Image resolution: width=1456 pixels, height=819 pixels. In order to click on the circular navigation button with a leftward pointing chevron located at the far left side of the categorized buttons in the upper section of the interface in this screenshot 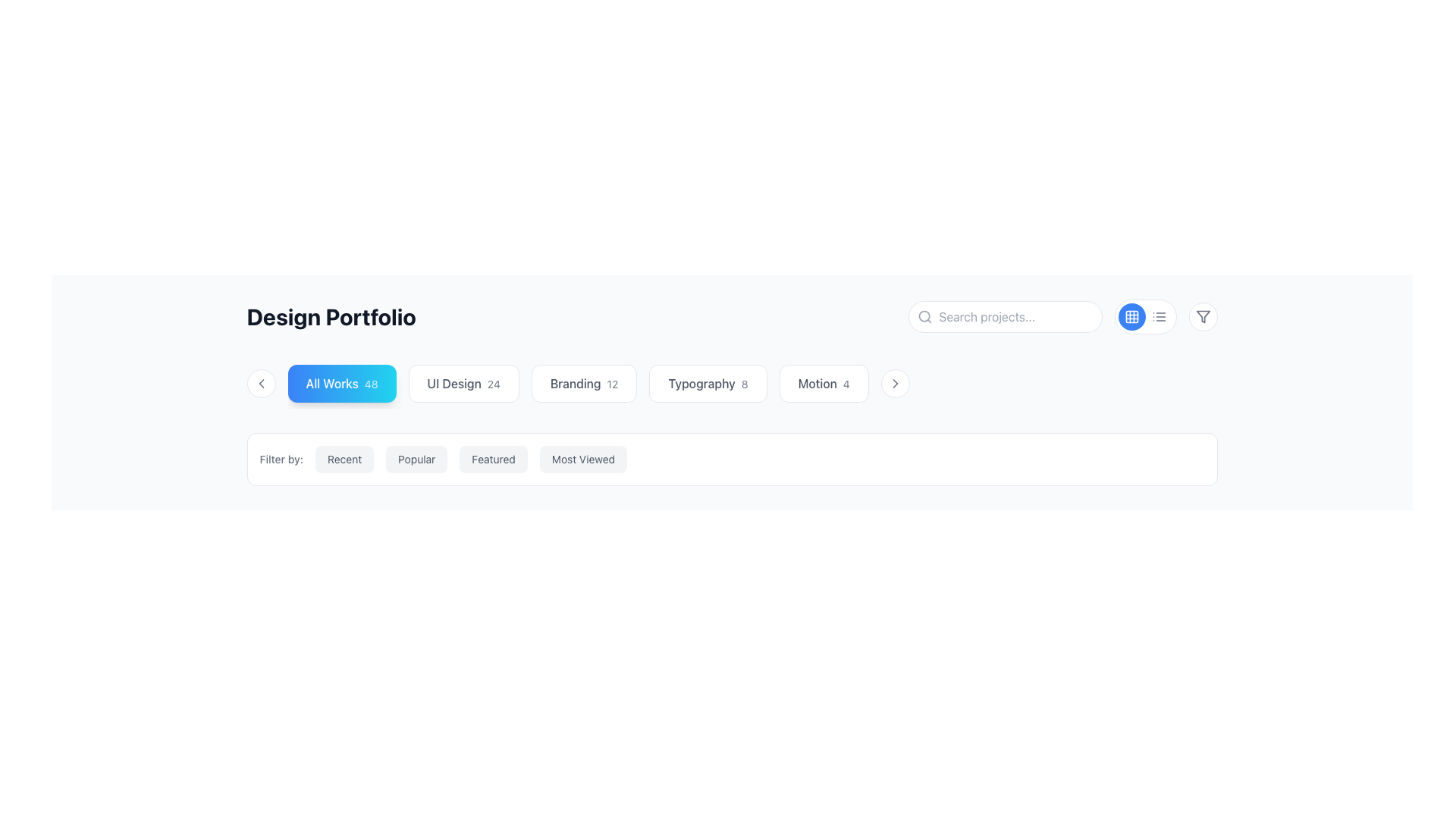, I will do `click(261, 382)`.